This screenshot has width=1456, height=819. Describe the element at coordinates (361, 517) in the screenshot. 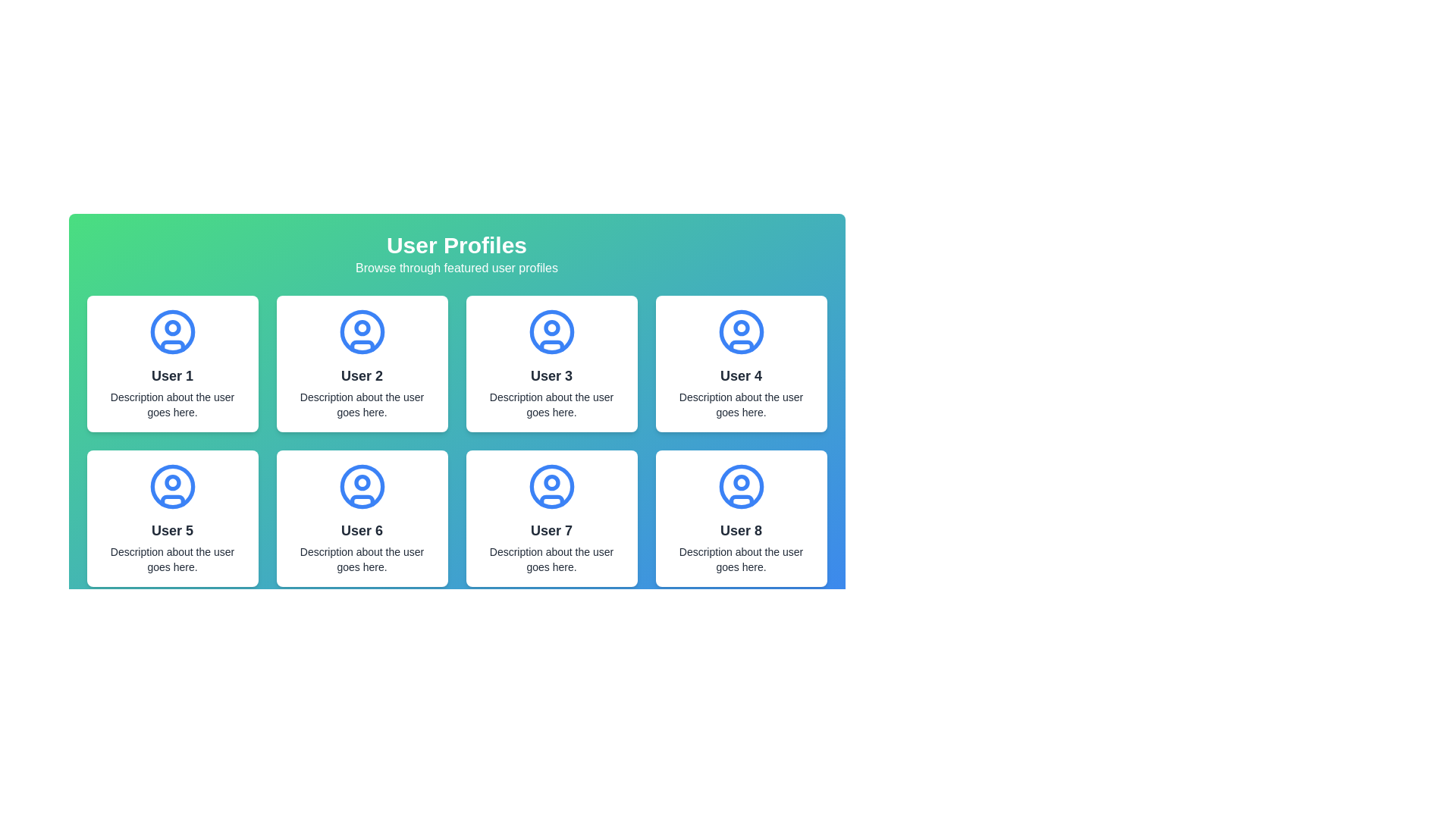

I see `displayed contents of the user profile card located in the second row and second column of the grid layout, beneath 'User 2' and to the left of 'User 7'` at that location.